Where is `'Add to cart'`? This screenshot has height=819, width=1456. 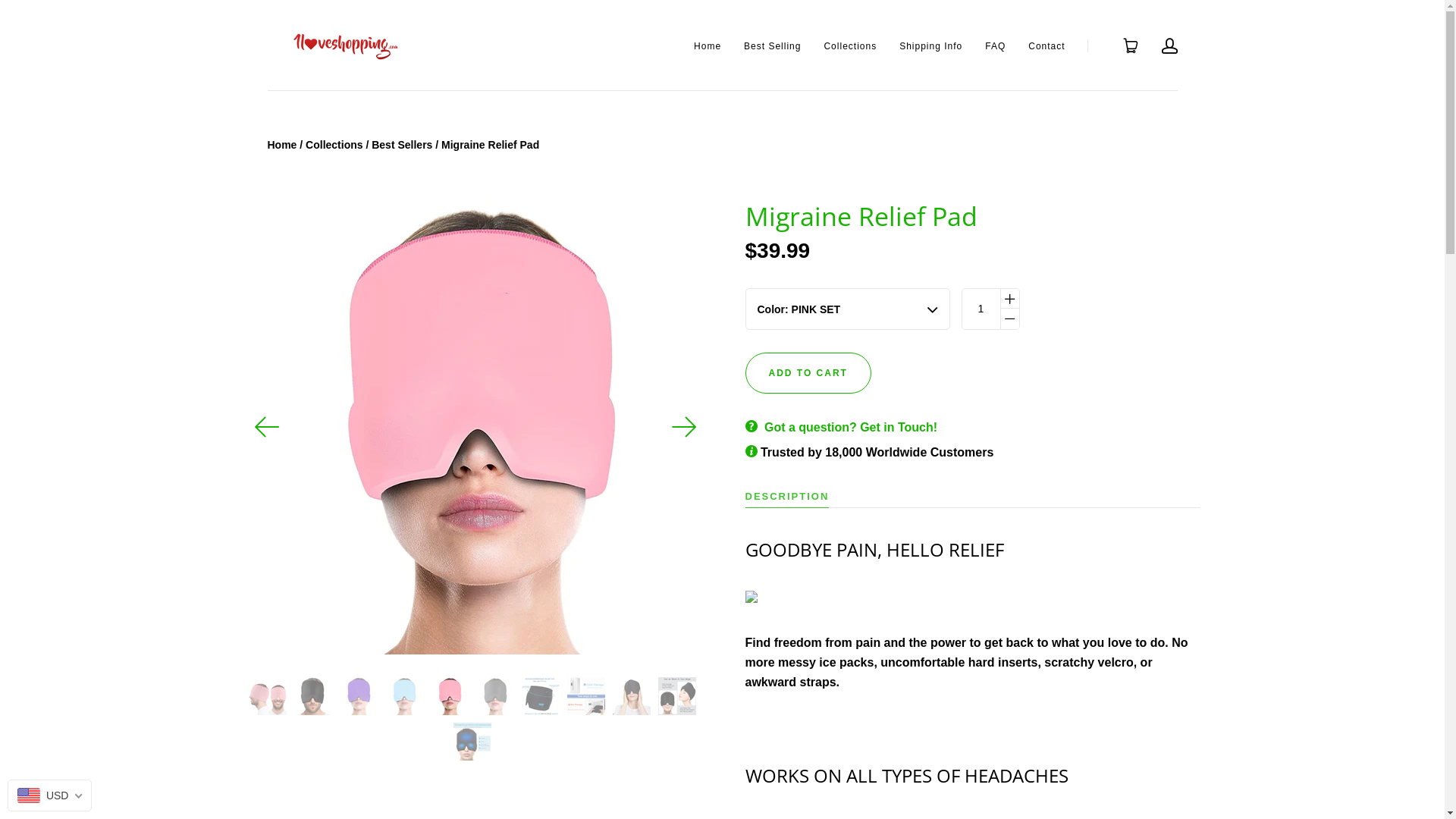
'Add to cart' is located at coordinates (807, 373).